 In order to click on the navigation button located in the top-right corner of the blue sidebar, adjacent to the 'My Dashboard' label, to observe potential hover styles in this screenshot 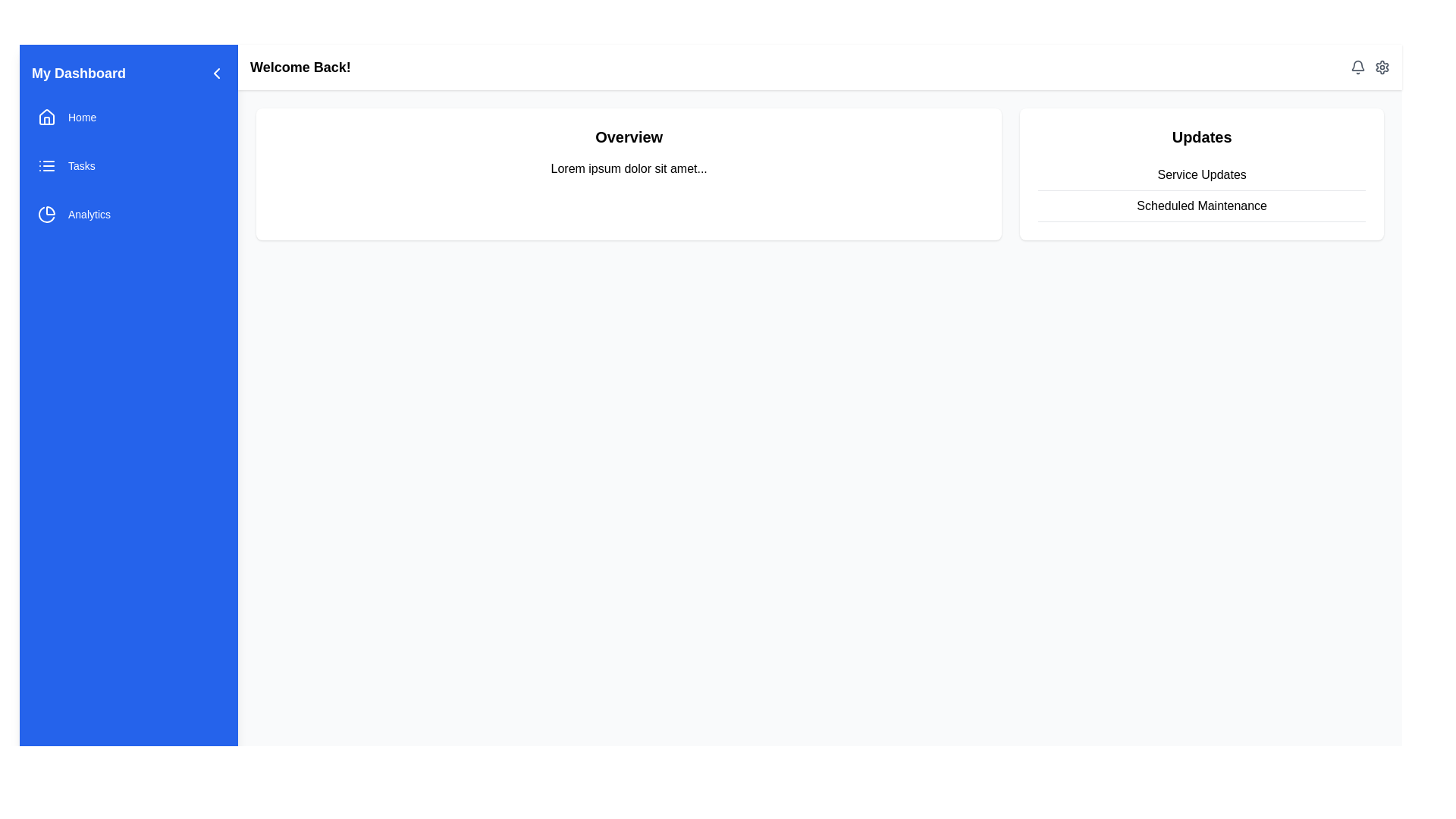, I will do `click(216, 73)`.